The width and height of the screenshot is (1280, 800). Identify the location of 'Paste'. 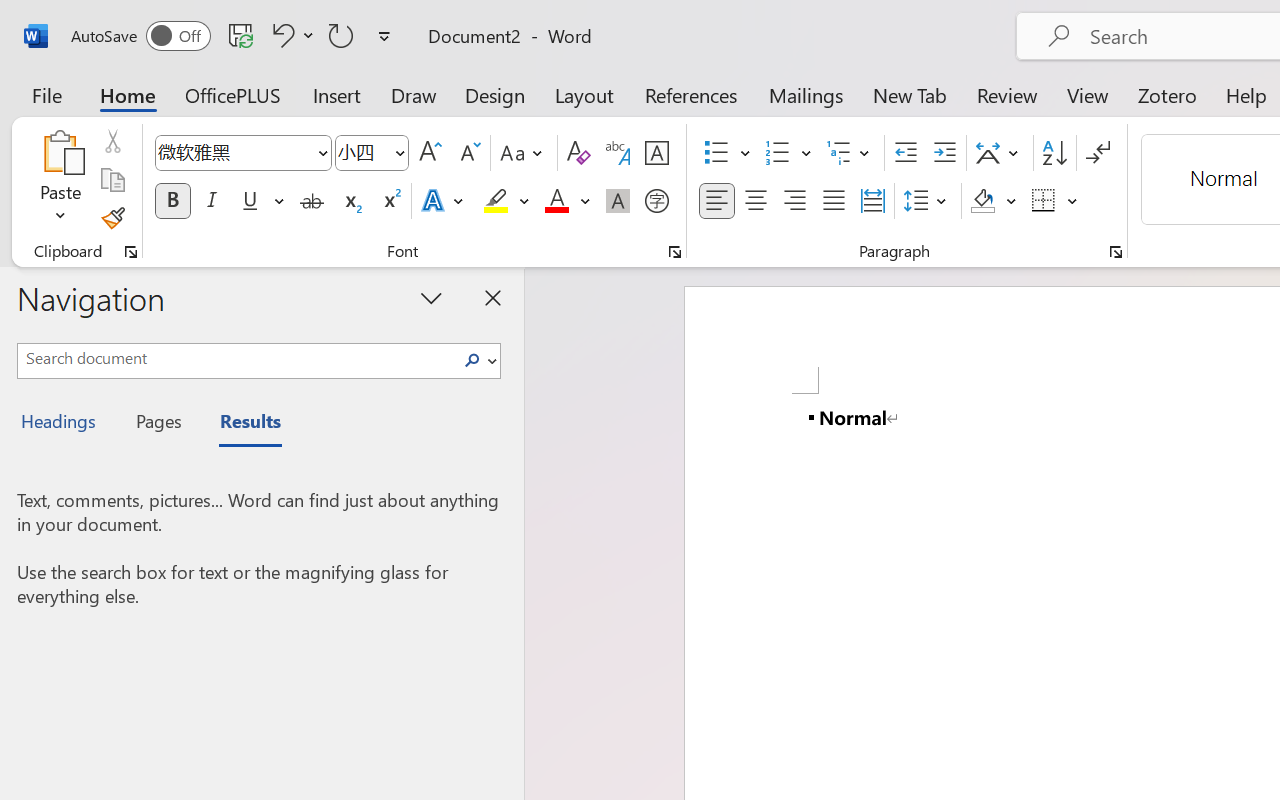
(60, 179).